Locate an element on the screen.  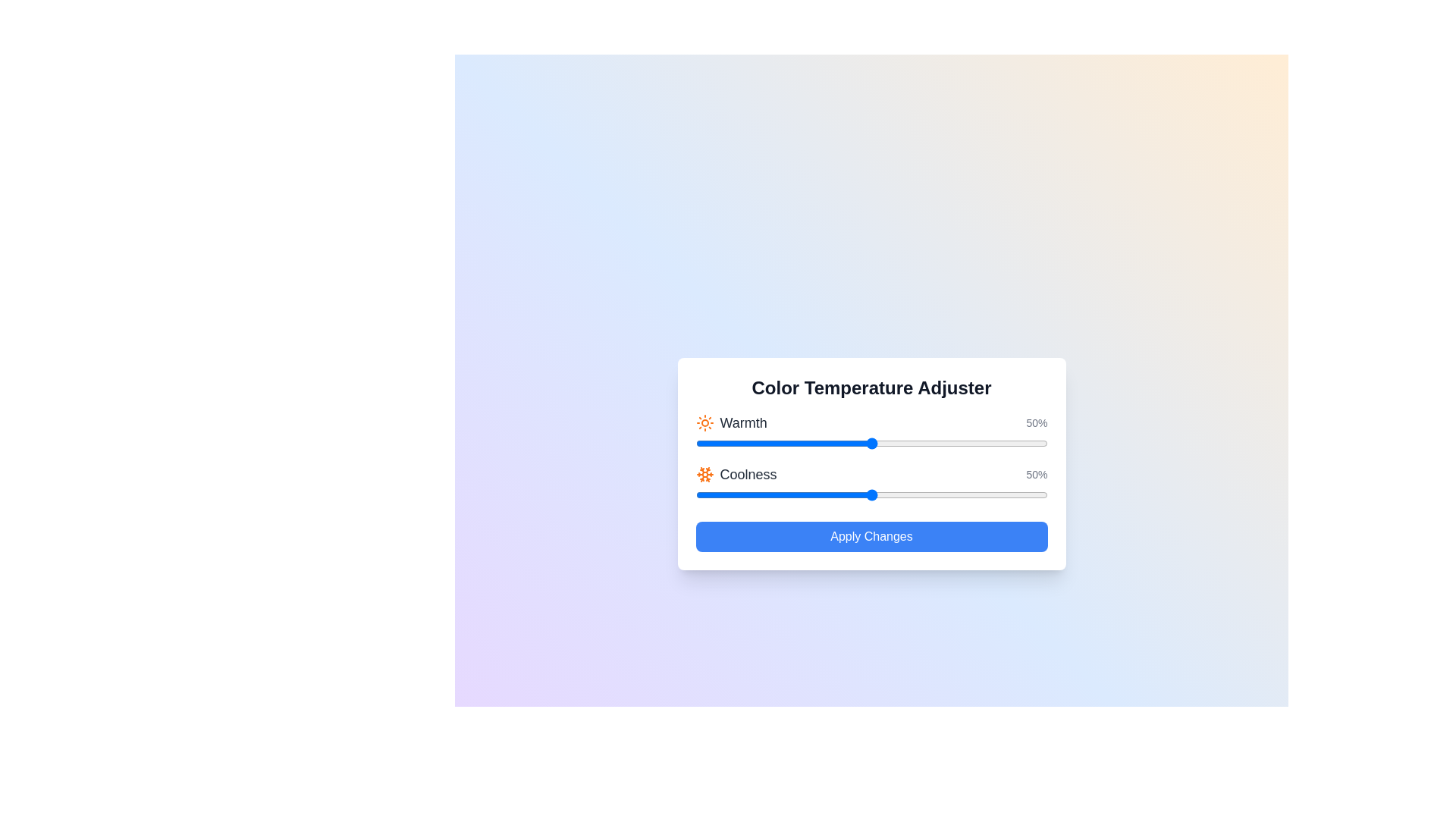
the 'Coolness' slider to 27% is located at coordinates (789, 494).